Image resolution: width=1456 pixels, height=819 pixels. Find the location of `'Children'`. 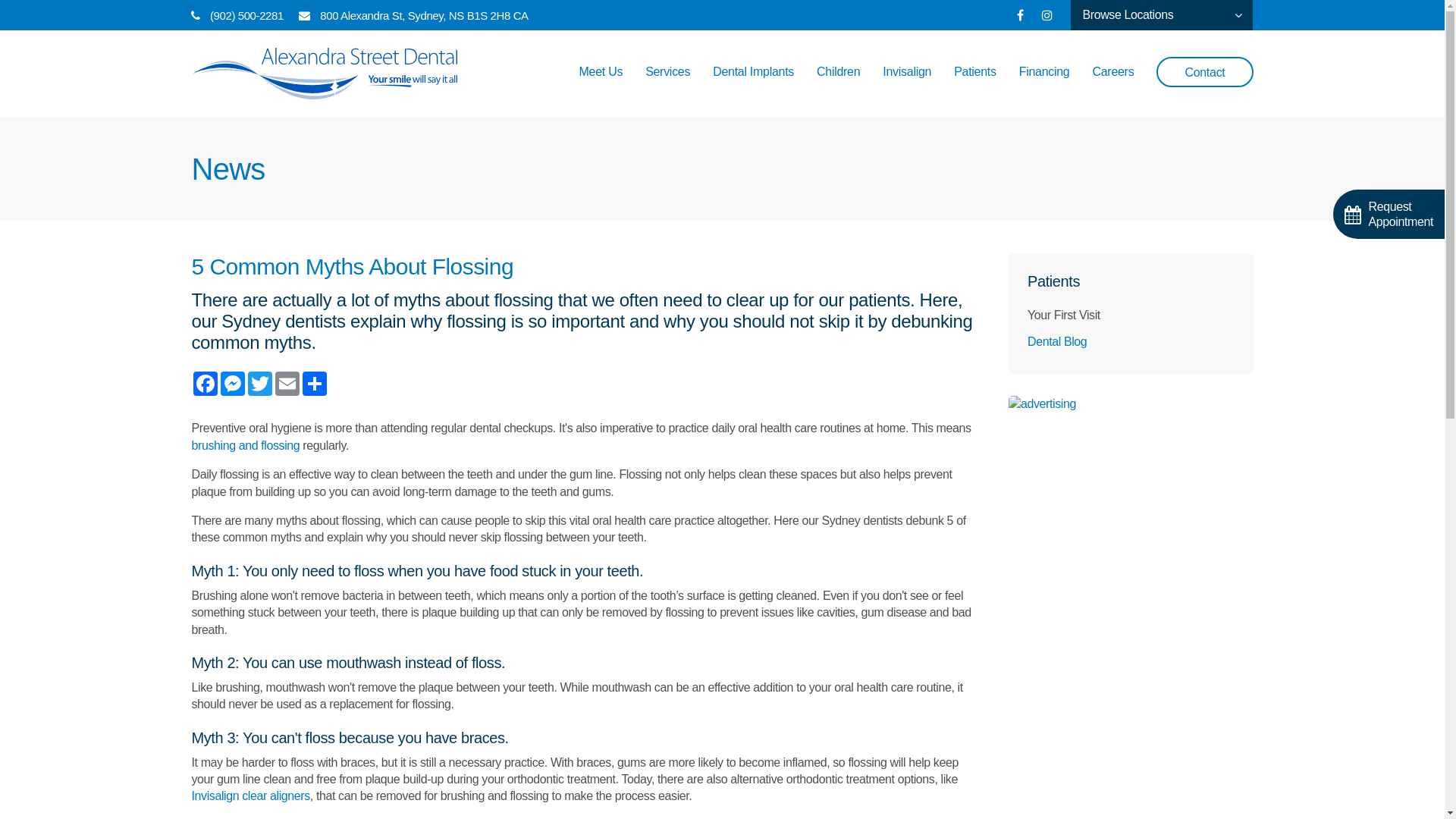

'Children' is located at coordinates (837, 87).